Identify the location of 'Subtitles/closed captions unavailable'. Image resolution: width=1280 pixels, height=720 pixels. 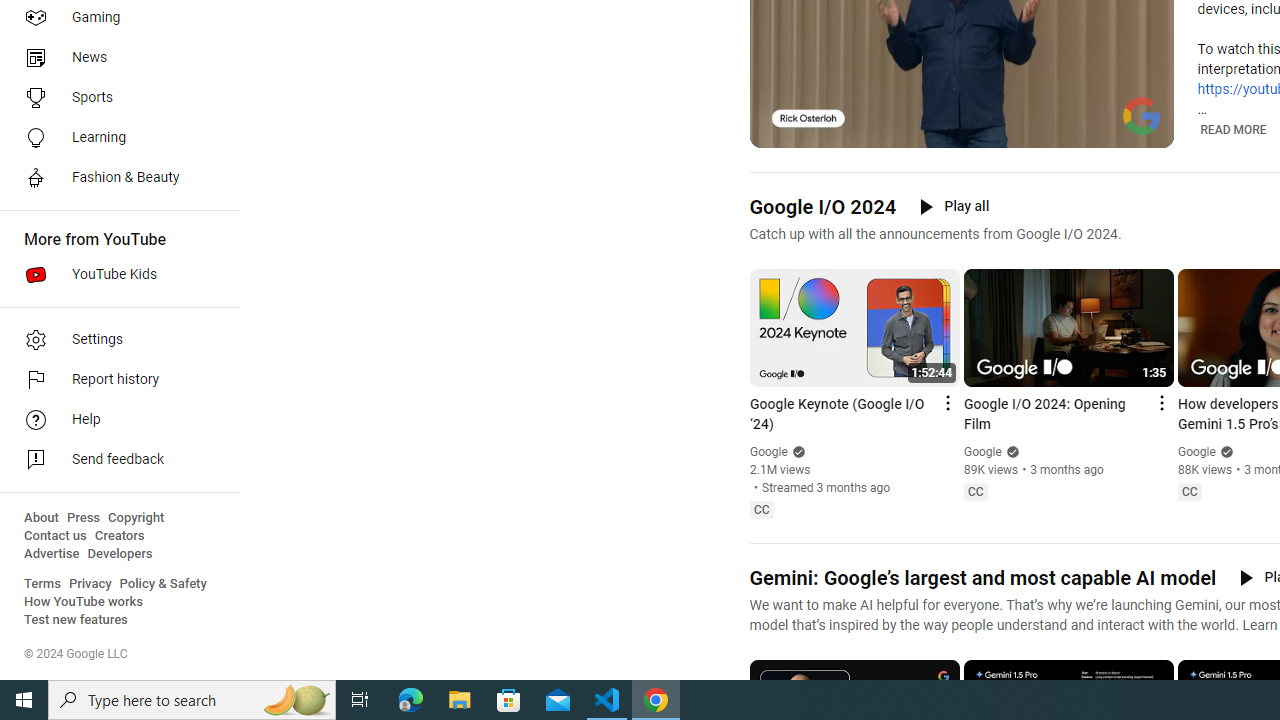
(1071, 130).